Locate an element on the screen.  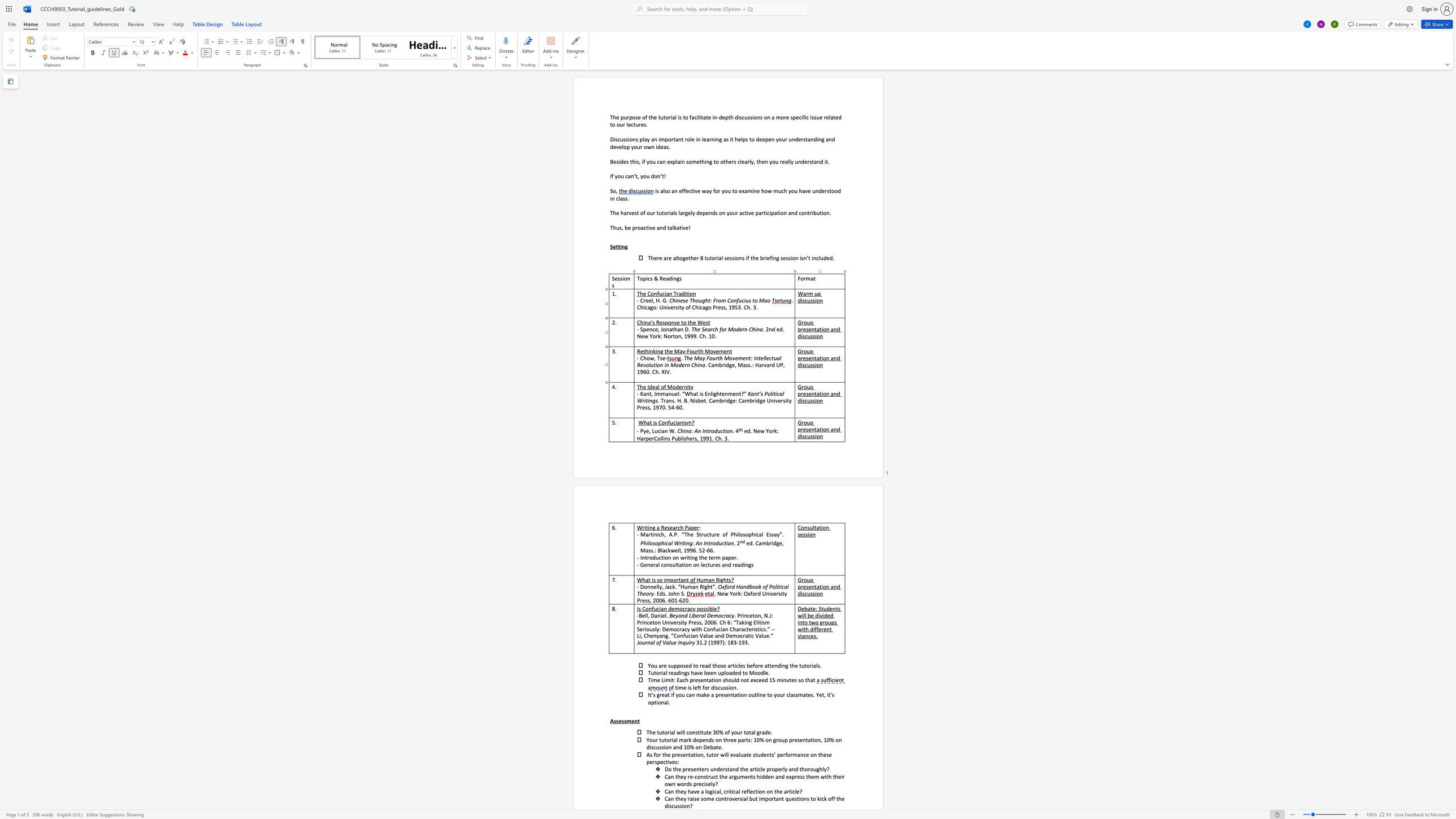
the 1th character "e" in the text is located at coordinates (644, 387).